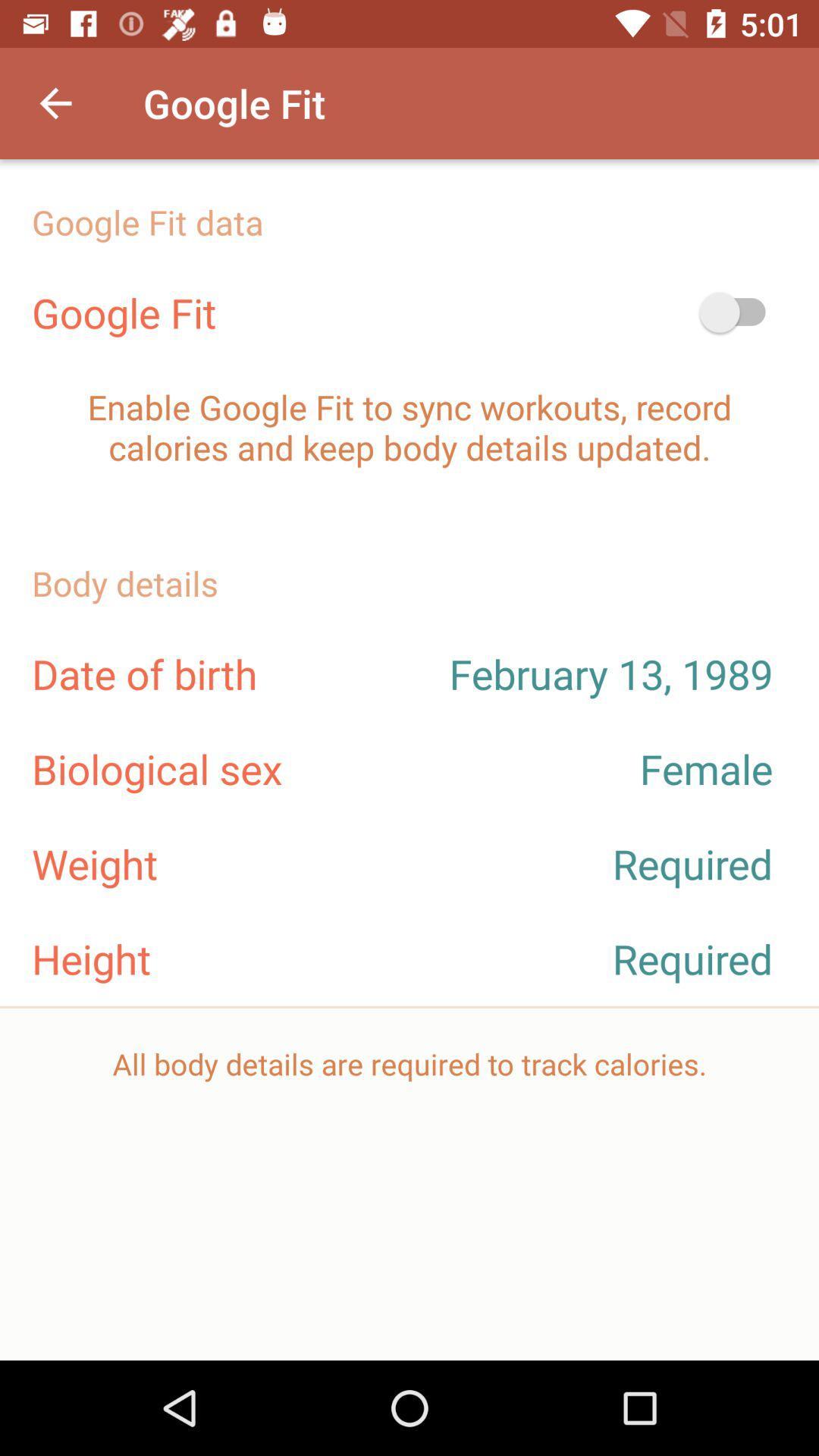  Describe the element at coordinates (55, 102) in the screenshot. I see `icon above google fit data item` at that location.